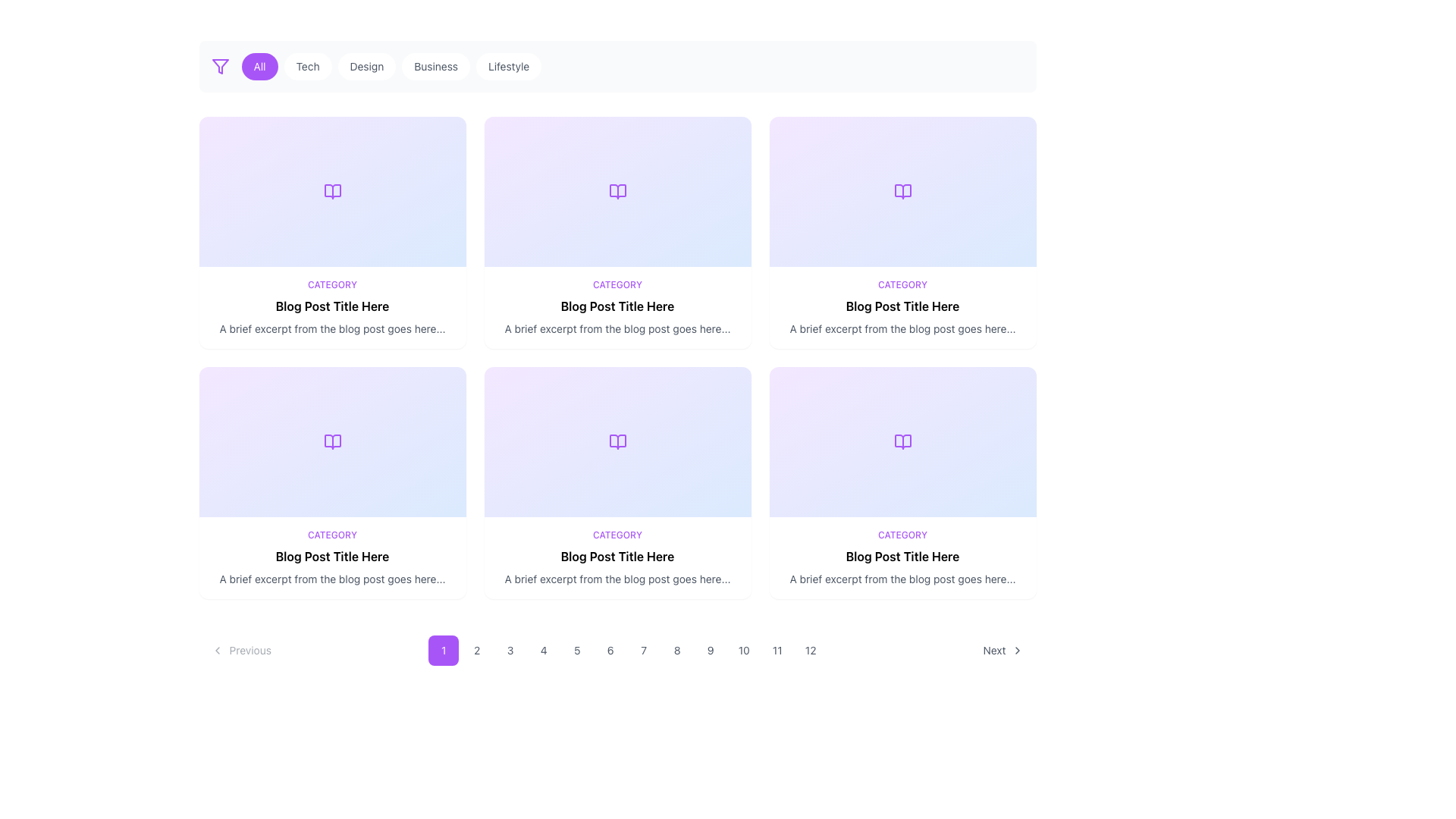  I want to click on the ninth button in the horizontal sequence of twelve buttons, so click(710, 649).